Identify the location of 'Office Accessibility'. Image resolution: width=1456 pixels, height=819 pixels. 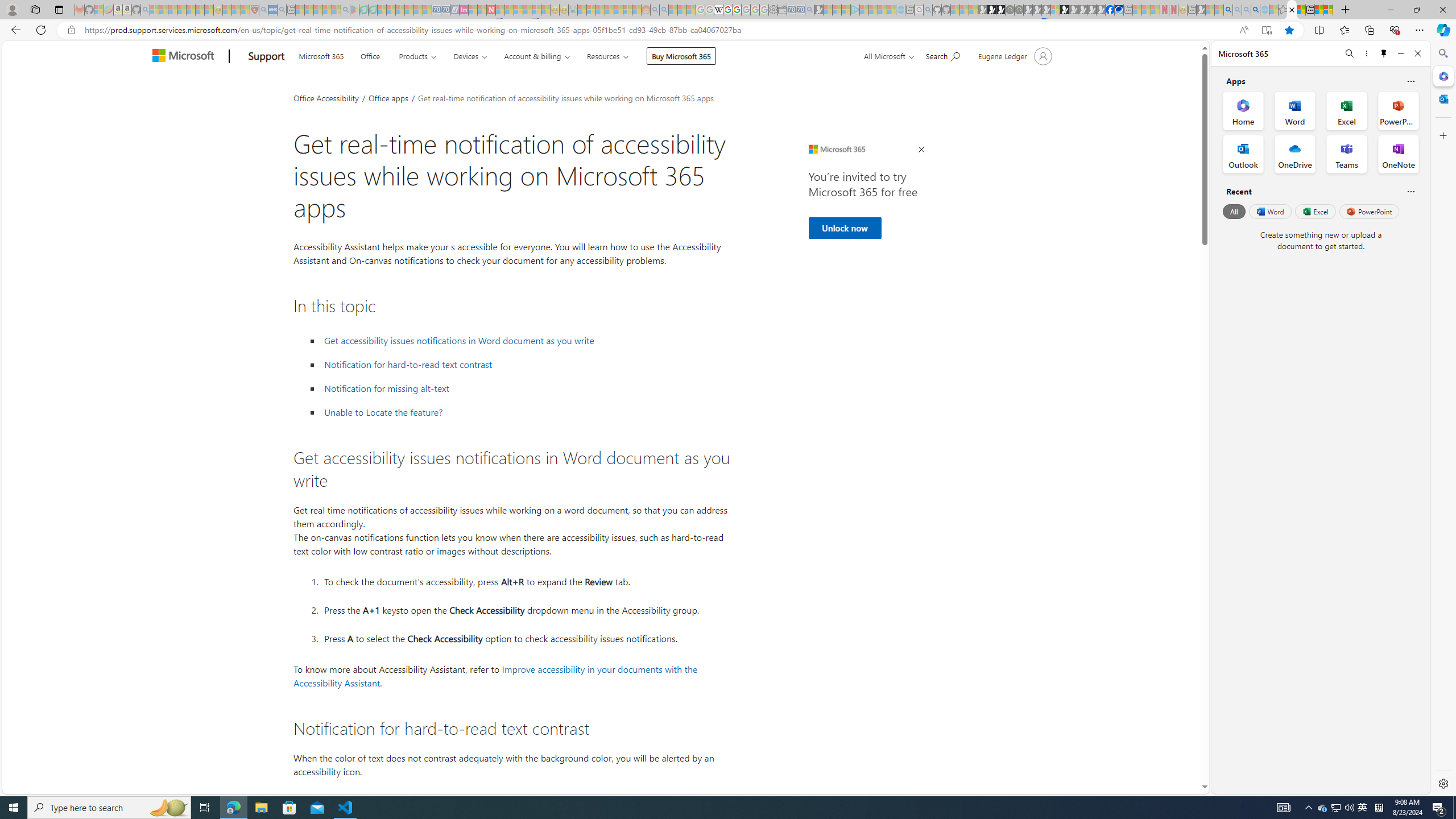
(325, 97).